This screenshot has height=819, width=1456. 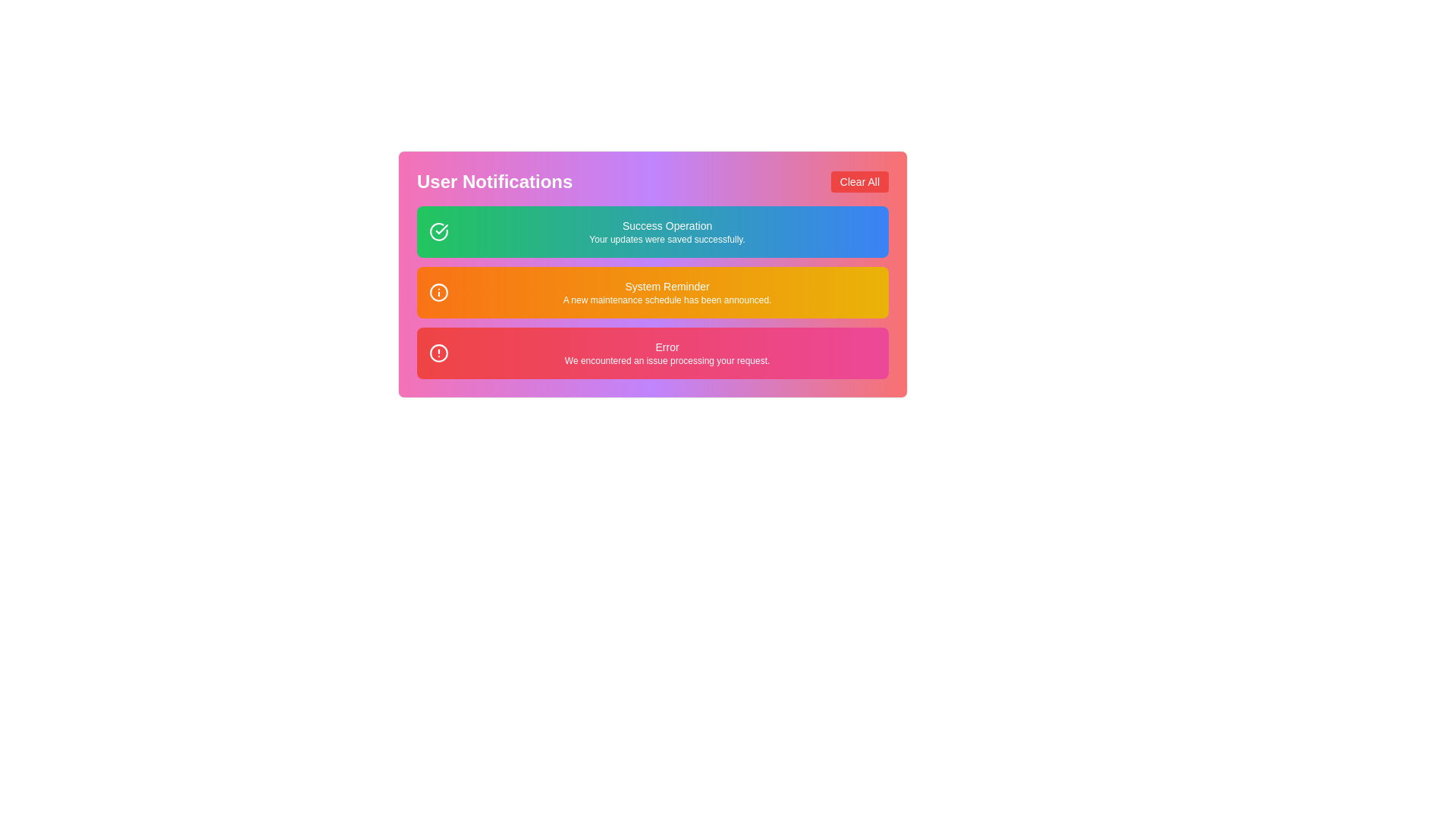 I want to click on the 'Error' text label displayed in white on a red background within the notification card, so click(x=667, y=347).